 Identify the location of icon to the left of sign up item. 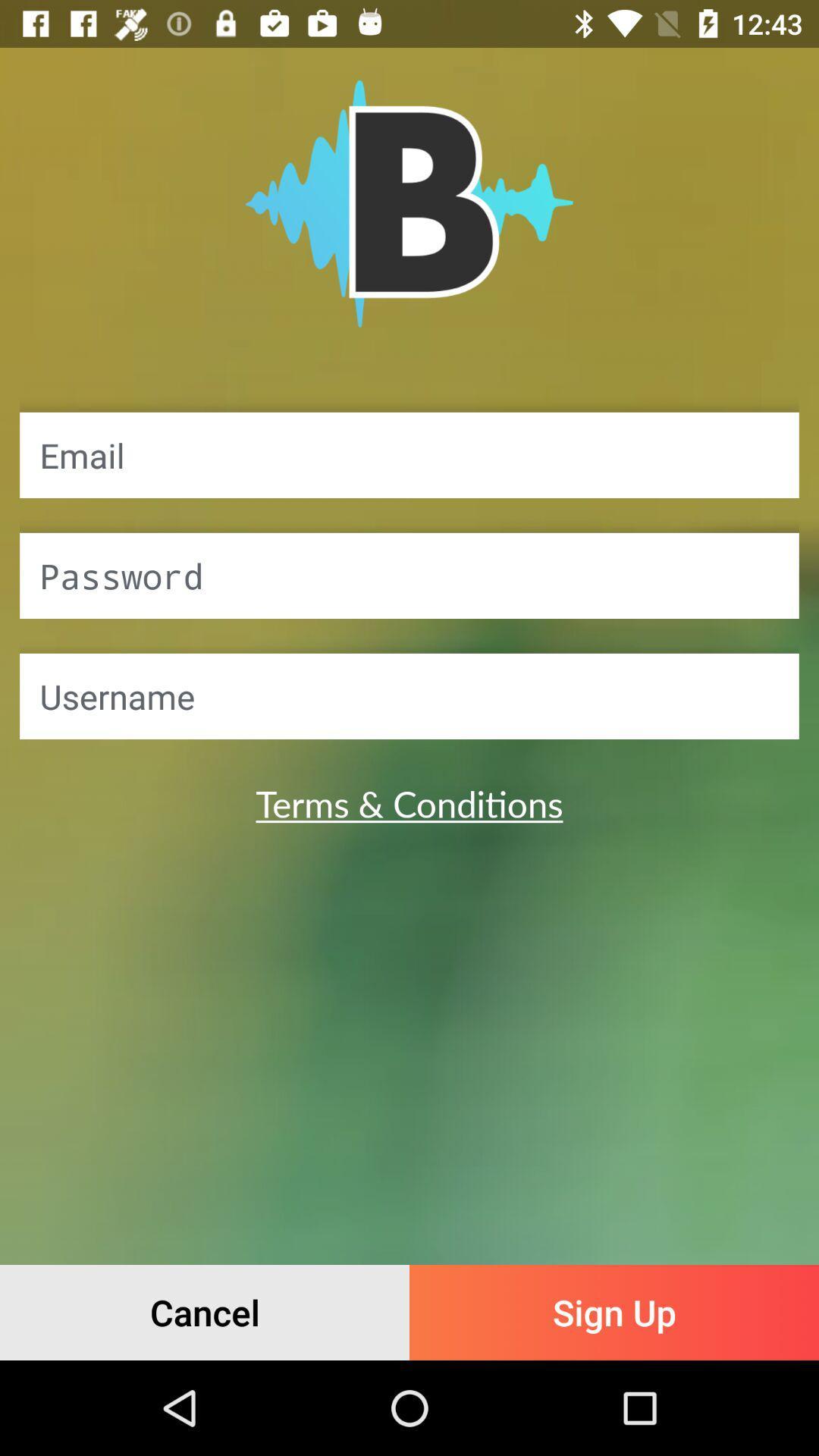
(205, 1312).